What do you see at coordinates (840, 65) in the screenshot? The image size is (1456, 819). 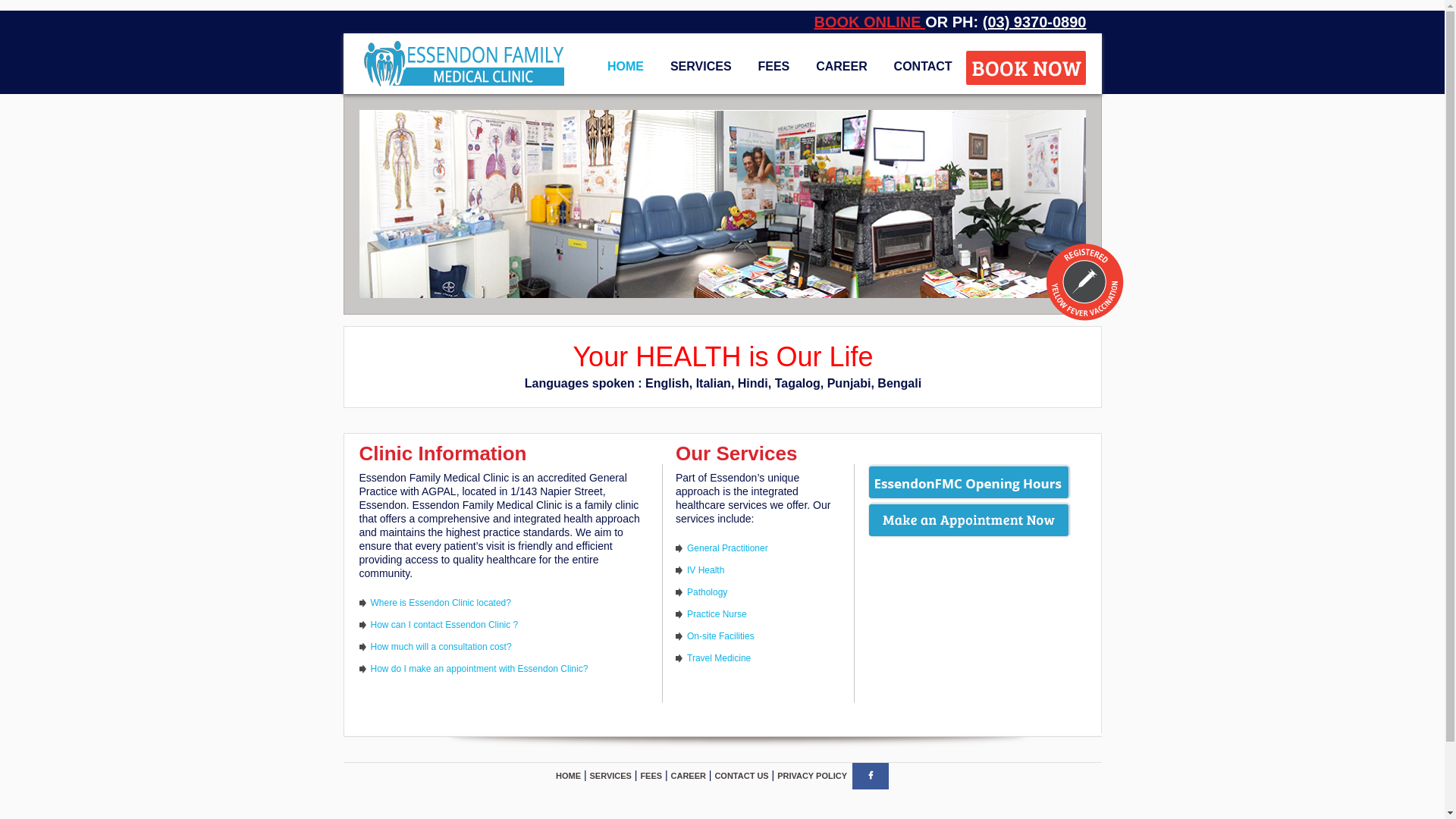 I see `'CAREER'` at bounding box center [840, 65].